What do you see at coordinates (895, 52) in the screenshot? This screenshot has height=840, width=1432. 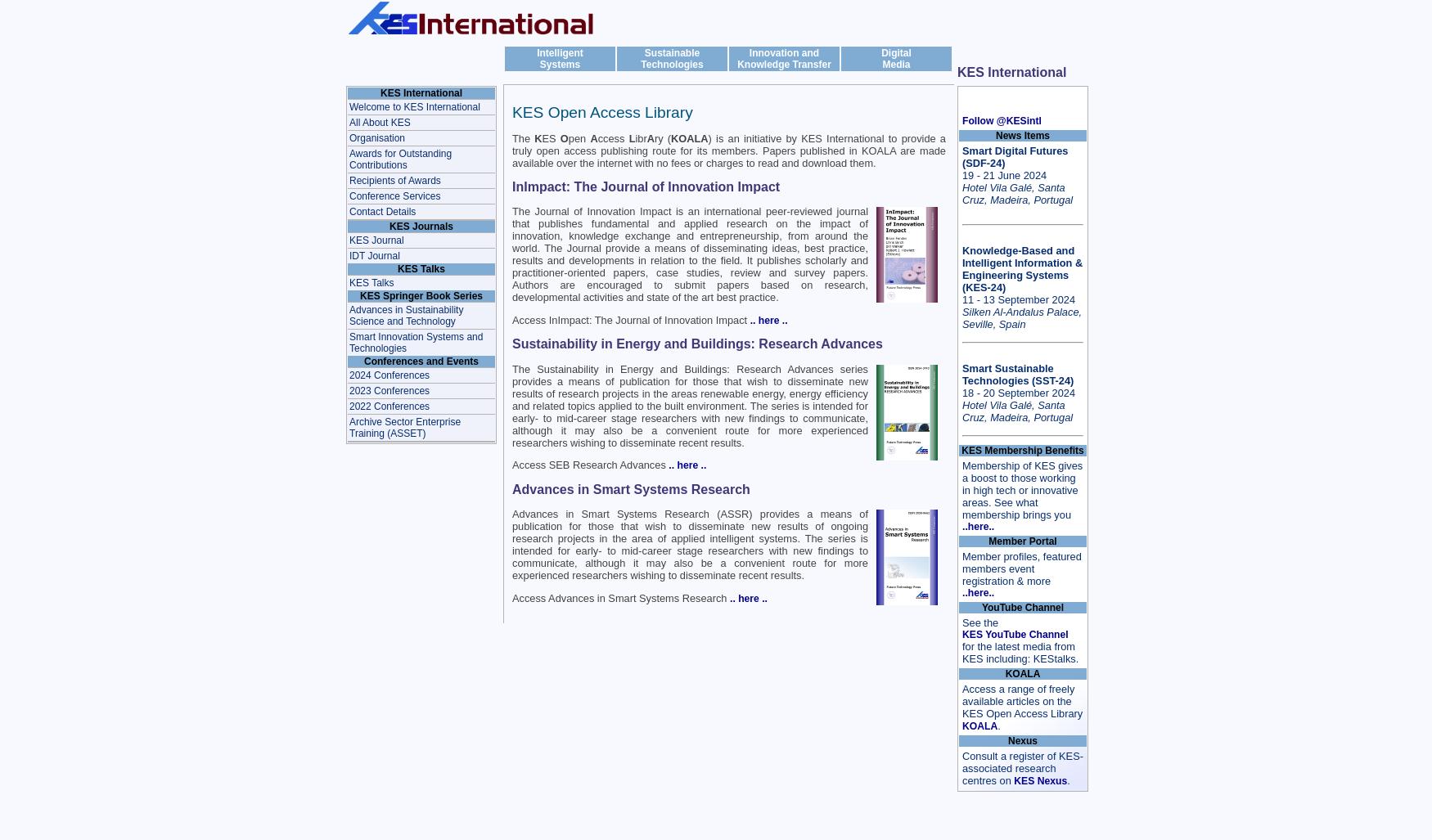 I see `'Digital'` at bounding box center [895, 52].